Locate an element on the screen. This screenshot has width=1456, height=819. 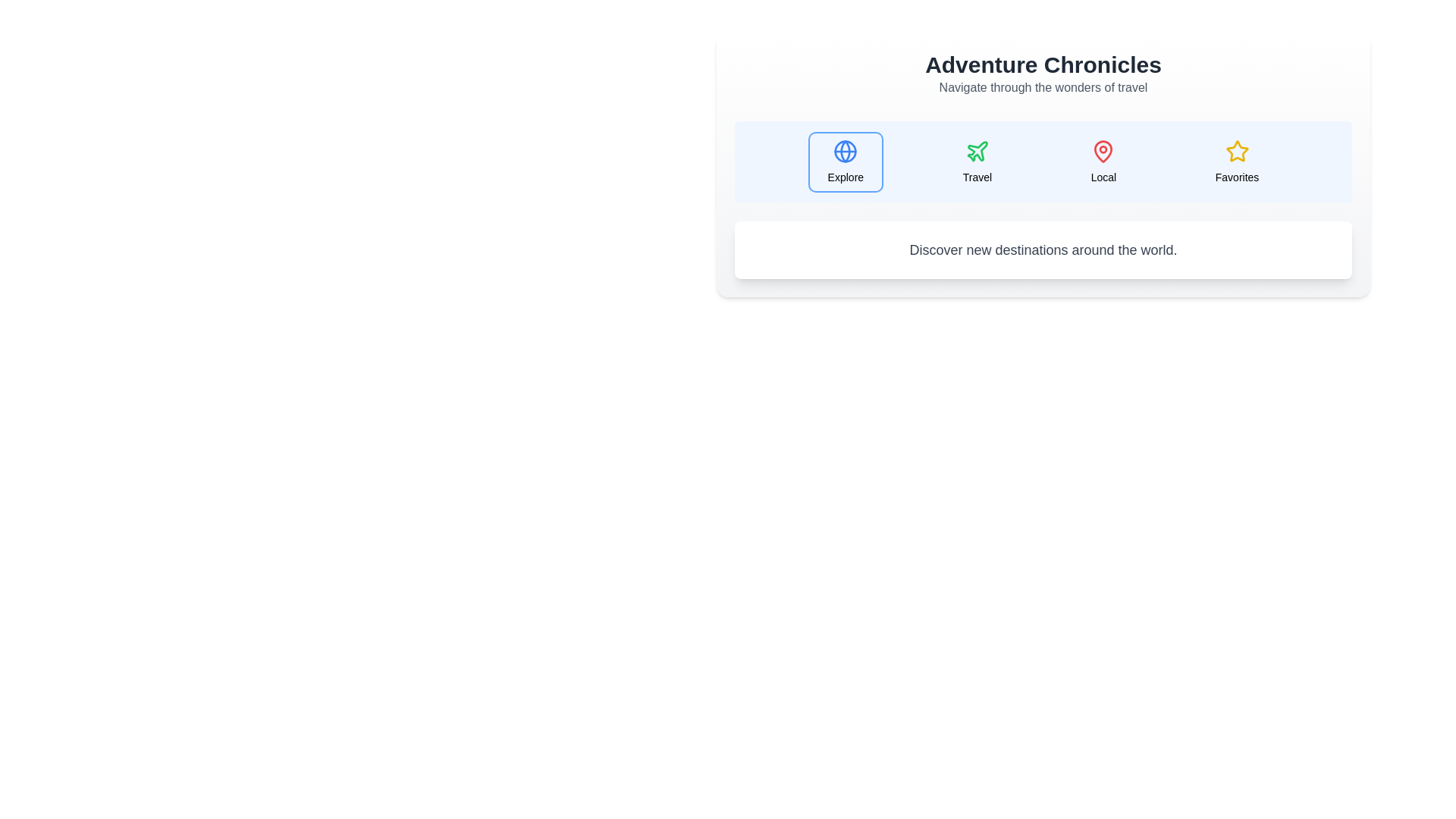
the tab labeled Local to switch the displayed content is located at coordinates (1103, 162).